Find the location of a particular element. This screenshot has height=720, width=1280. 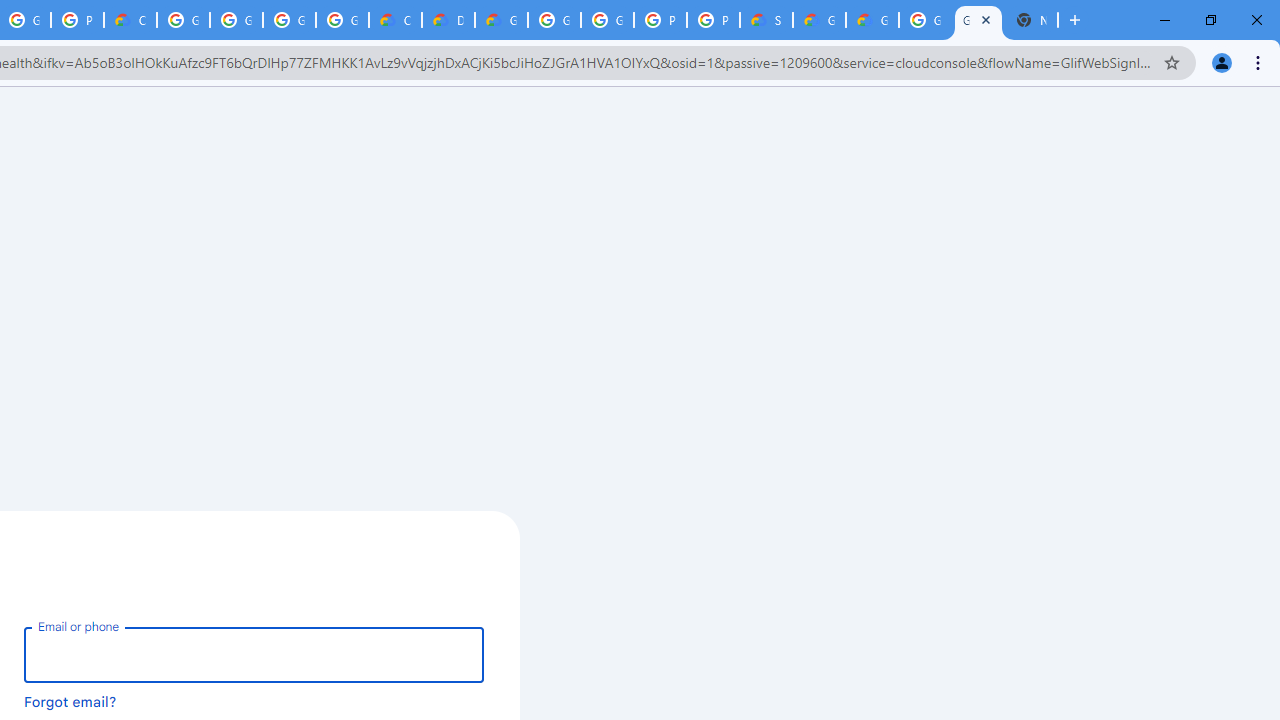

'Support Hub | Google Cloud' is located at coordinates (765, 20).